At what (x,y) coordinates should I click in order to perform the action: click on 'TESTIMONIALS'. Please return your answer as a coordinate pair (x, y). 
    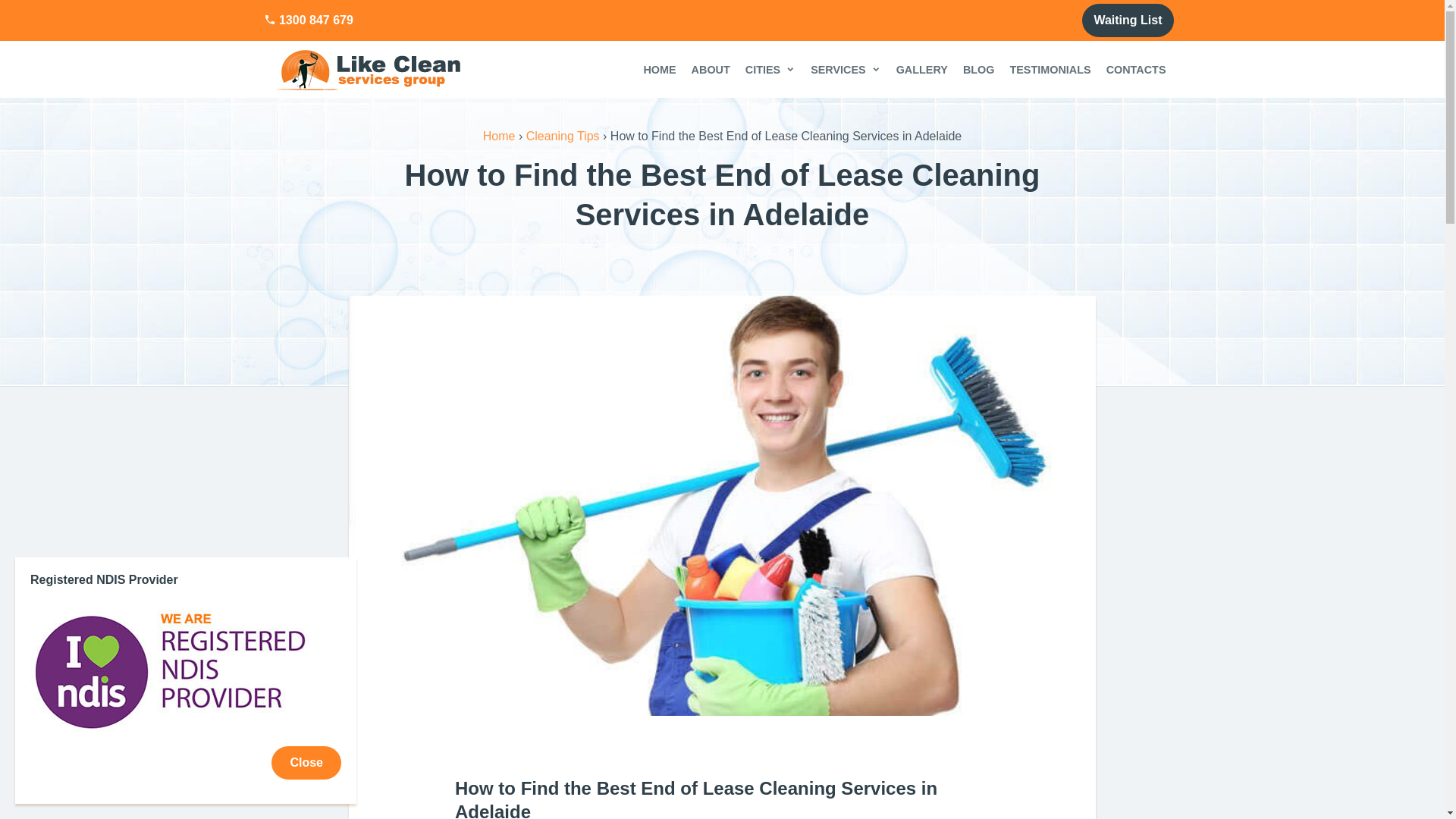
    Looking at the image, I should click on (1001, 69).